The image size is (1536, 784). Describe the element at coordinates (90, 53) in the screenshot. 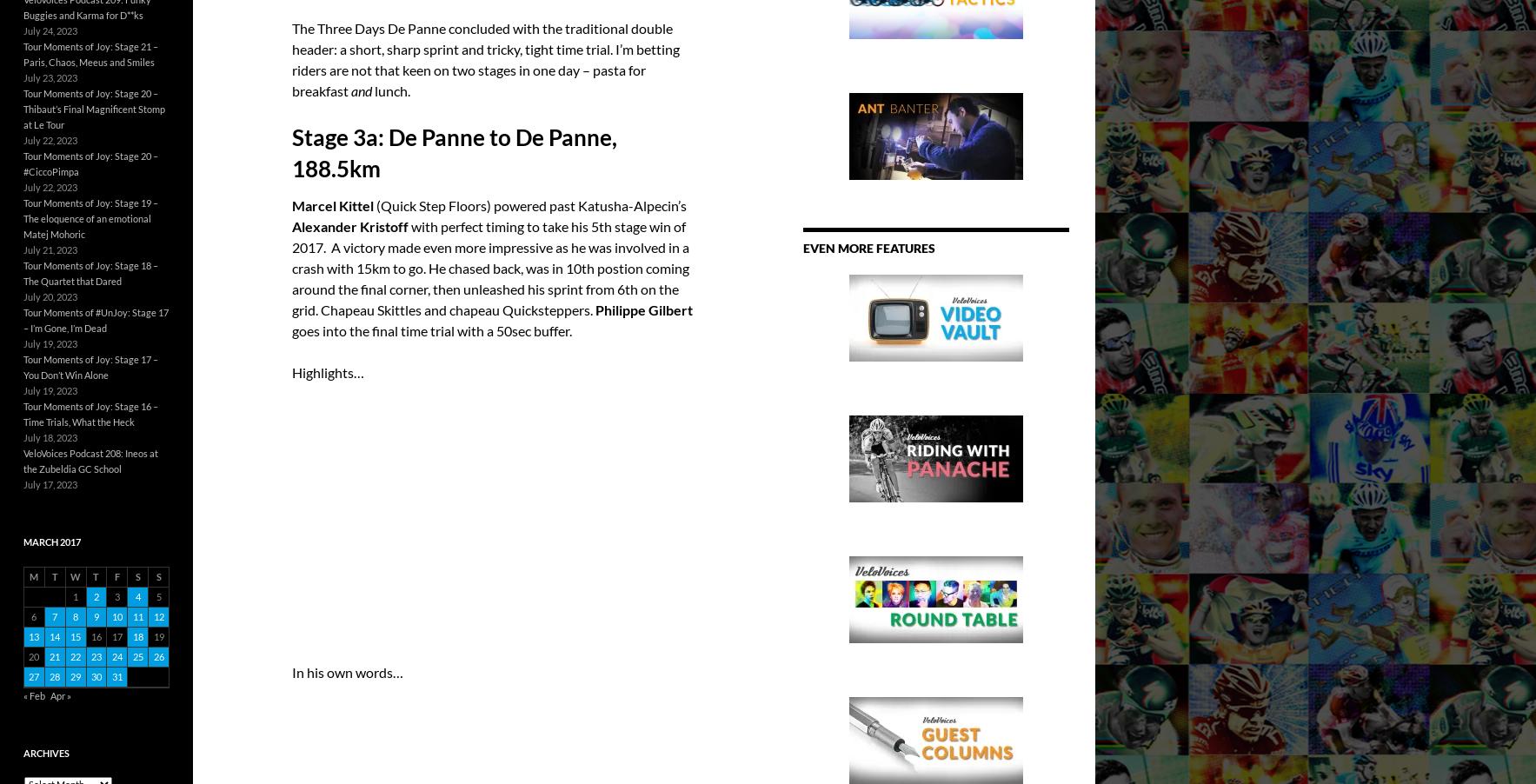

I see `'Tour Moments of Joy: Stage 21 – Paris, Chaos, Meeus and Smiles'` at that location.